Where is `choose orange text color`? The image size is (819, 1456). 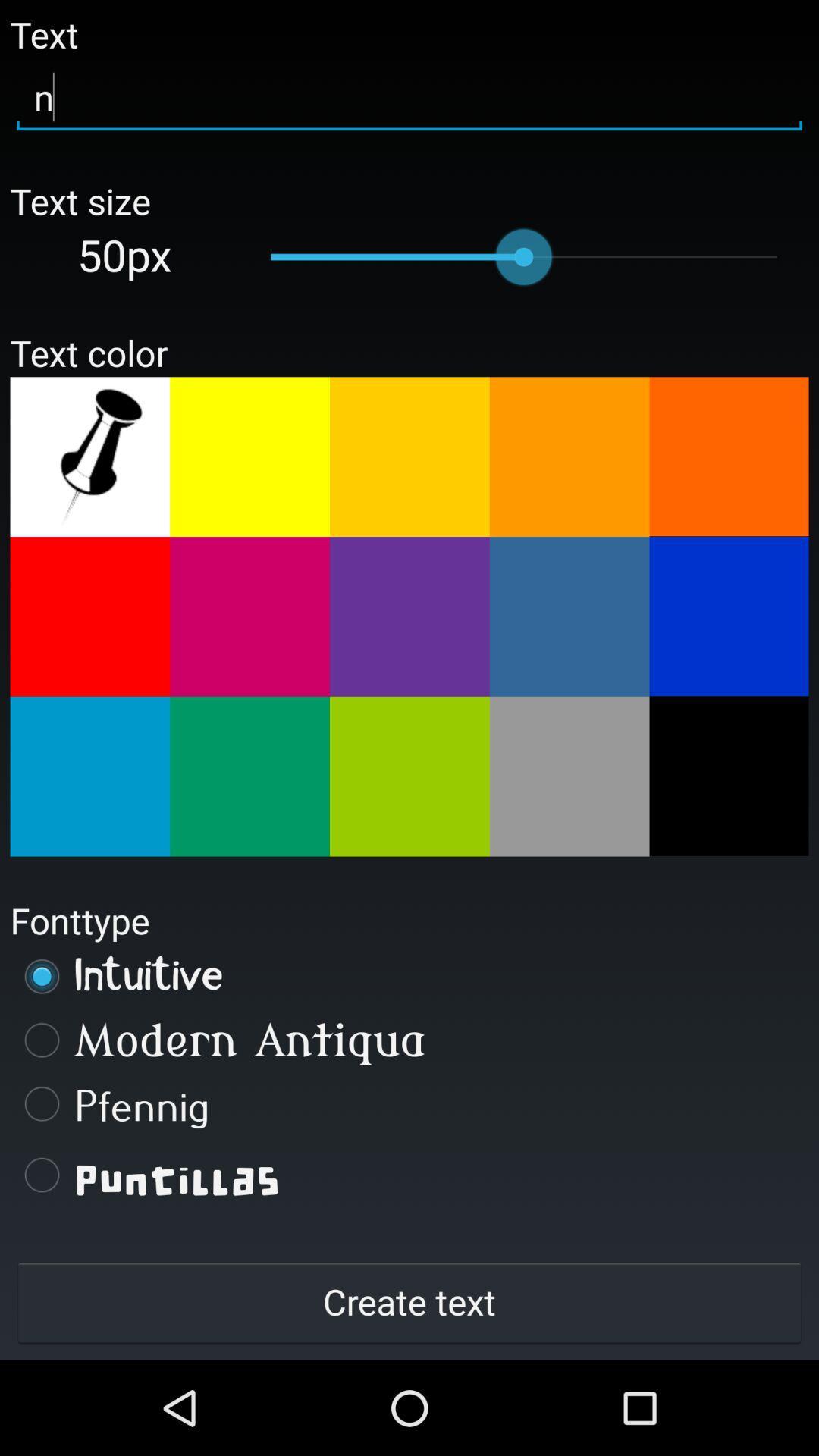 choose orange text color is located at coordinates (409, 456).